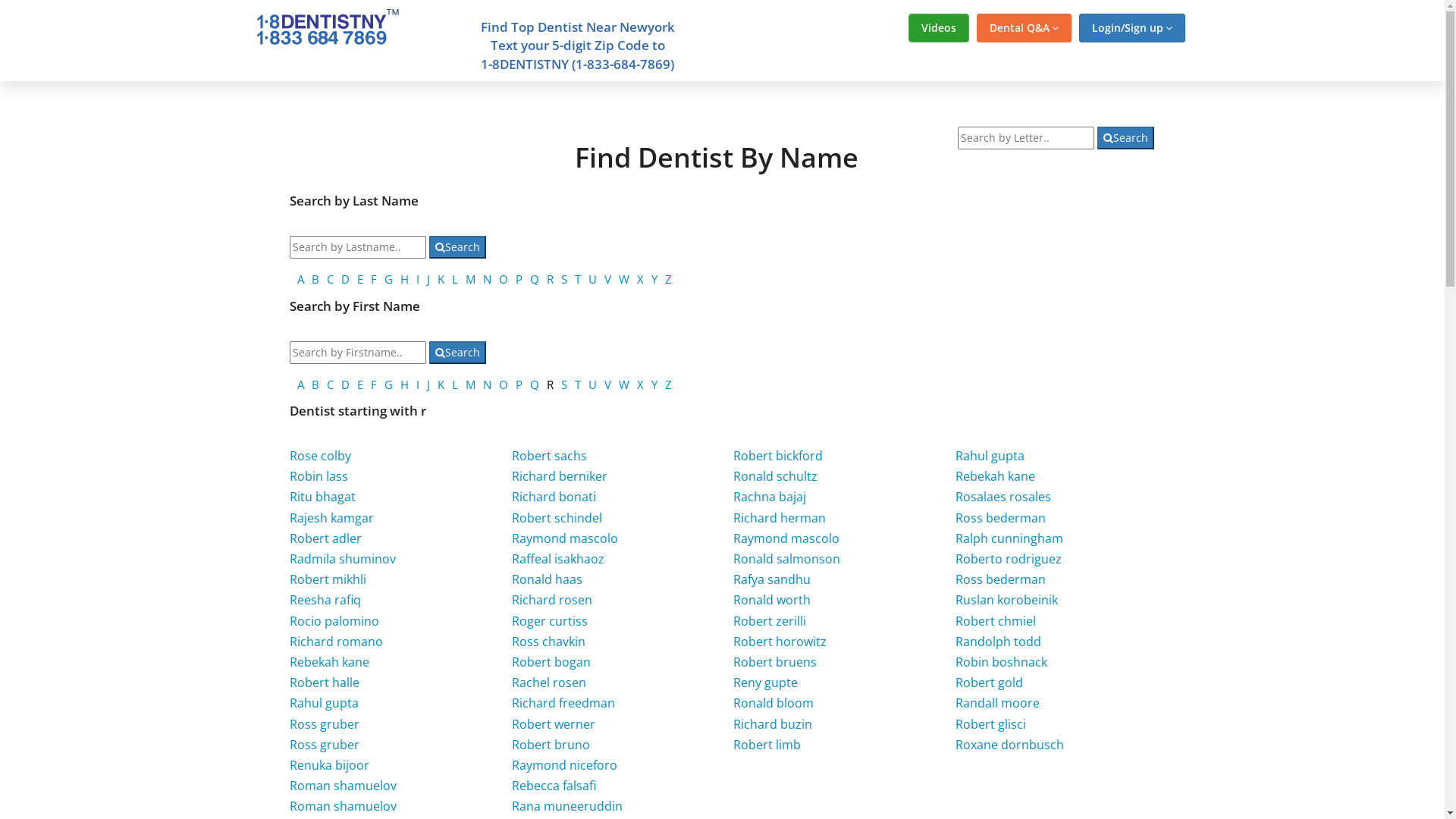 The height and width of the screenshot is (819, 1456). Describe the element at coordinates (998, 641) in the screenshot. I see `'Randolph todd'` at that location.